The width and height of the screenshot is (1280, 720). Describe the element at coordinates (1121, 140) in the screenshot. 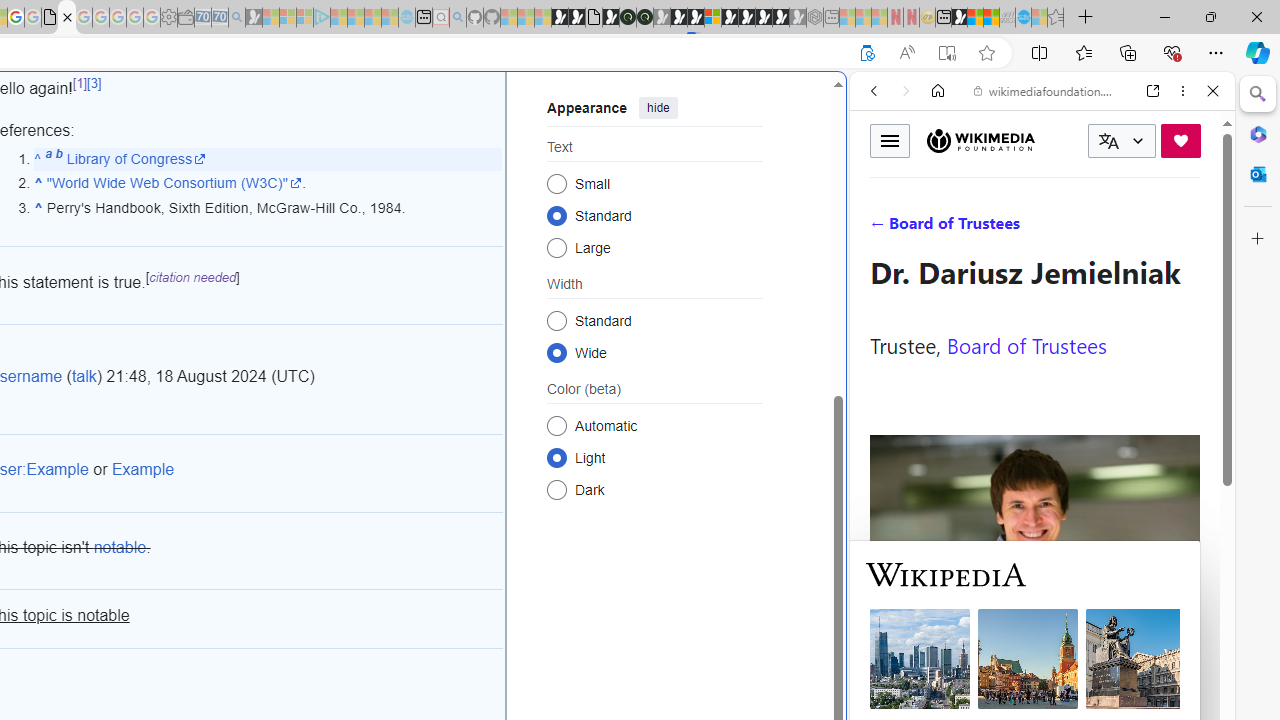

I see `'CURRENT LANGUAGE:'` at that location.